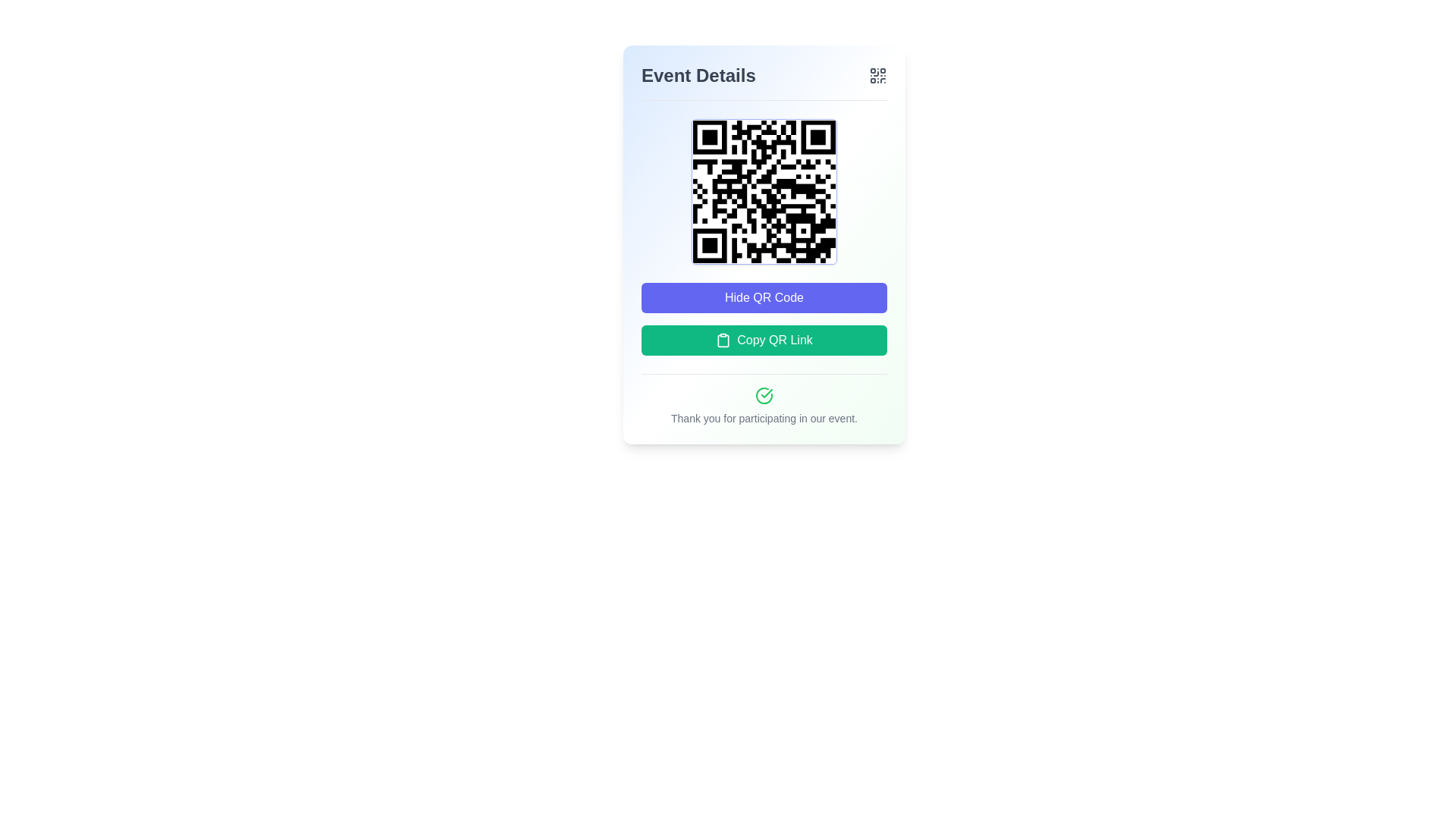 The width and height of the screenshot is (1456, 819). I want to click on the button located in the center section of the interface, directly below the QR code, so click(764, 298).